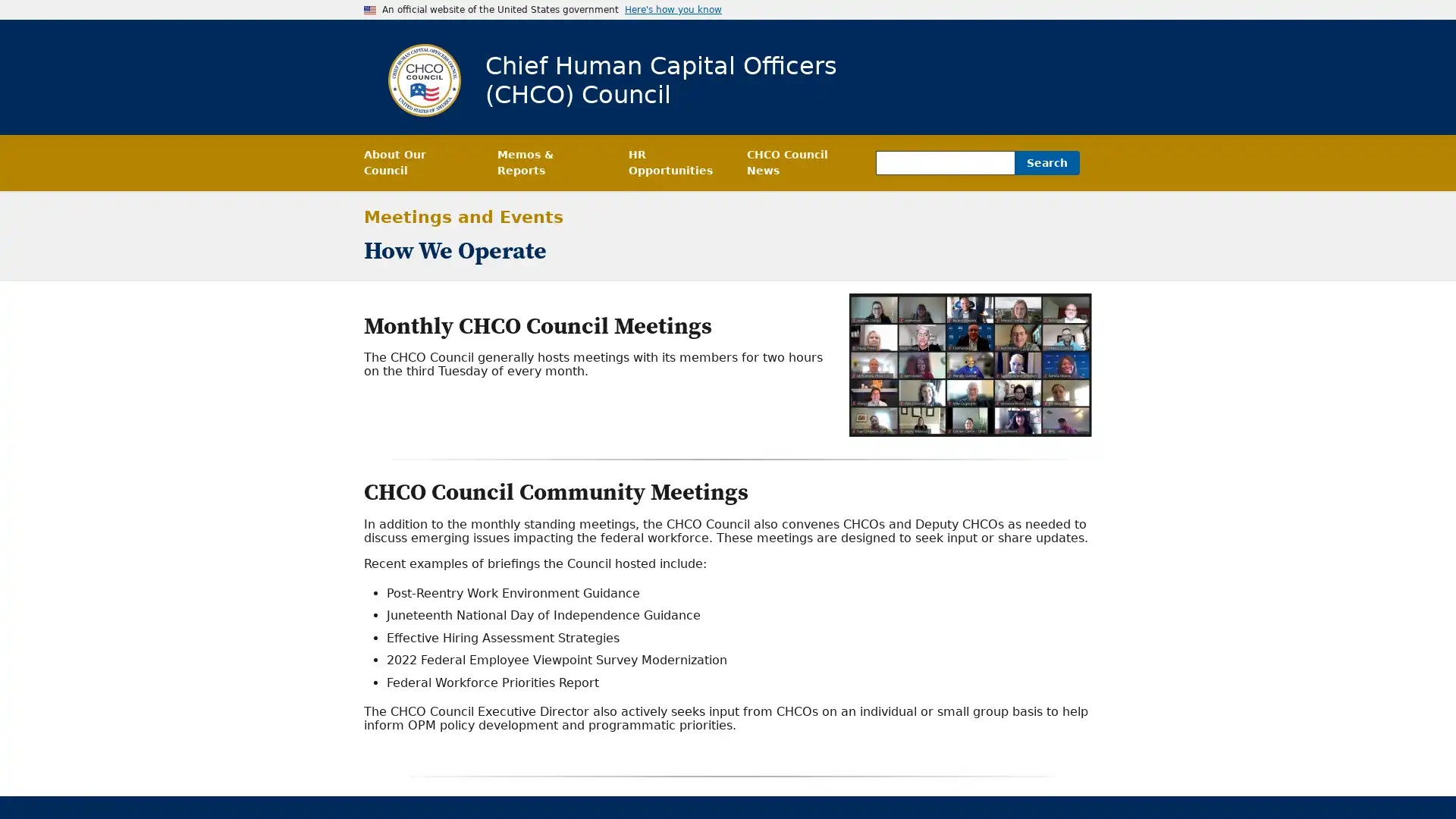 Image resolution: width=1456 pixels, height=819 pixels. Describe the element at coordinates (1046, 163) in the screenshot. I see `Search` at that location.